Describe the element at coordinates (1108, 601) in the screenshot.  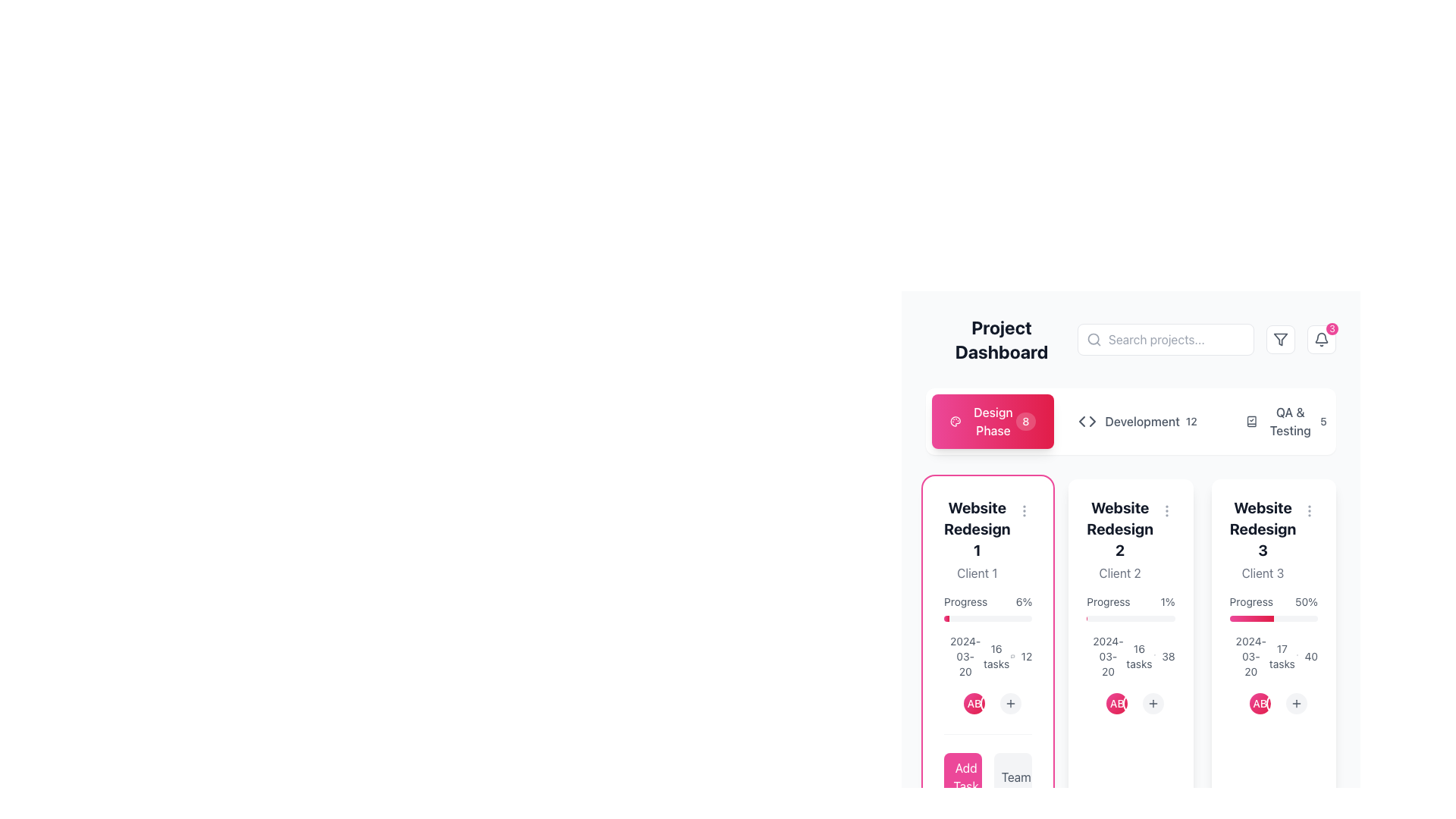
I see `the Text label indicating the start of the progress section within the 'Website Redesign 2' card, located to the left of the '1%' completion percentage` at that location.